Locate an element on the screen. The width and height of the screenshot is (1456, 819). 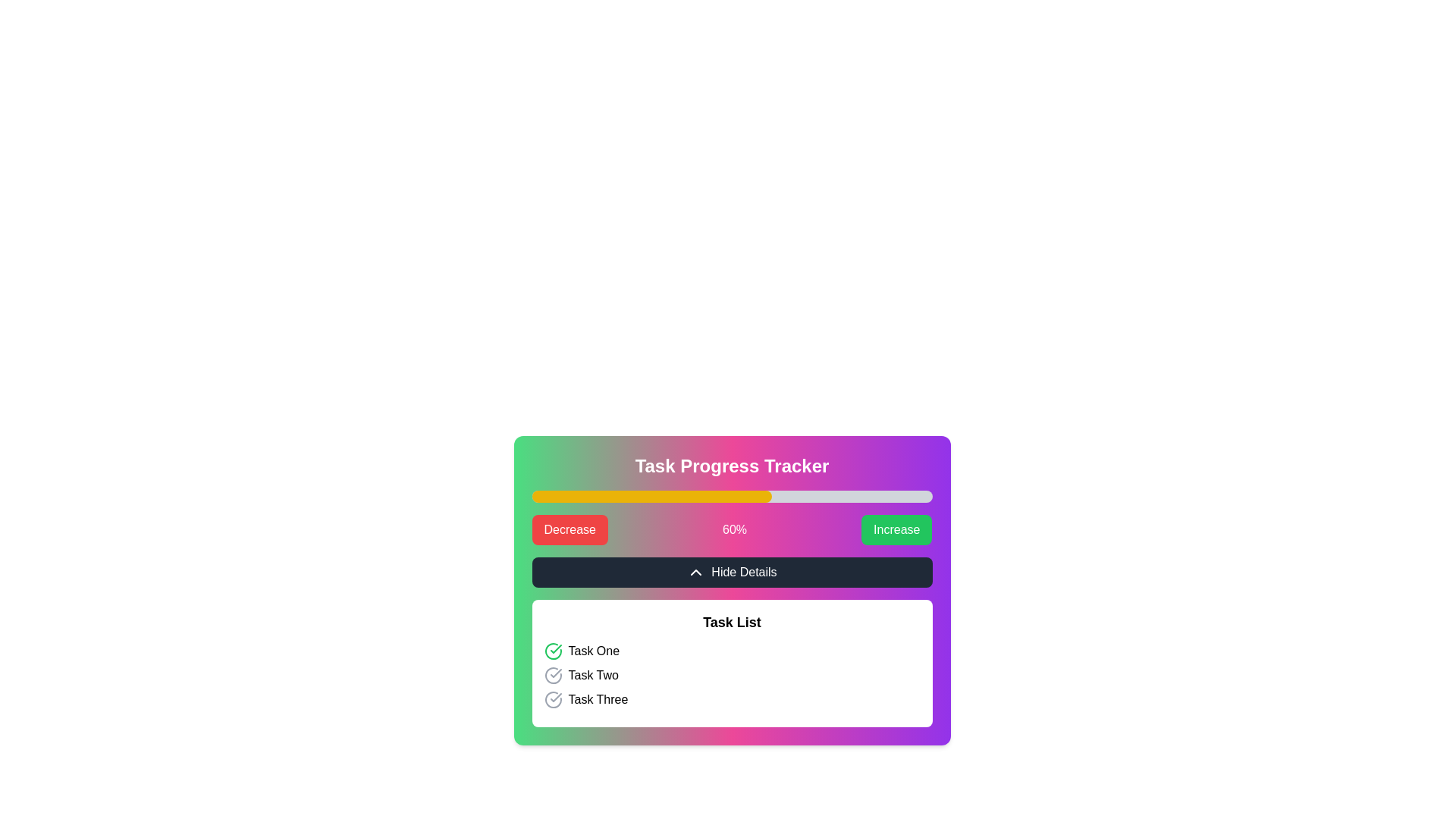
the button used to increase a value, positioned to the right of the red 'Decrease' button and next to the '60%' text is located at coordinates (896, 529).